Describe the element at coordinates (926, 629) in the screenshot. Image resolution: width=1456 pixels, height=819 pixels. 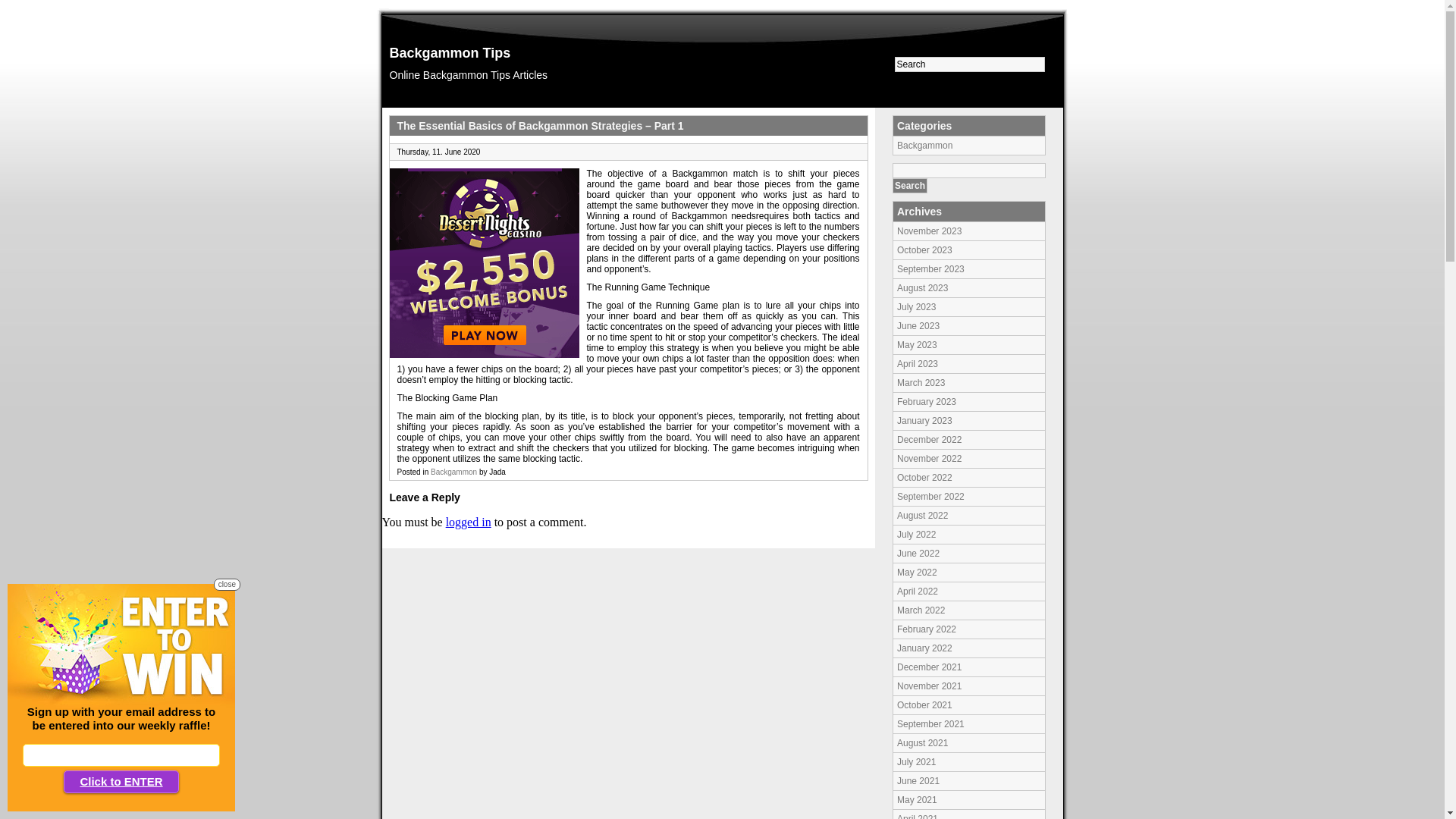
I see `'February 2022'` at that location.